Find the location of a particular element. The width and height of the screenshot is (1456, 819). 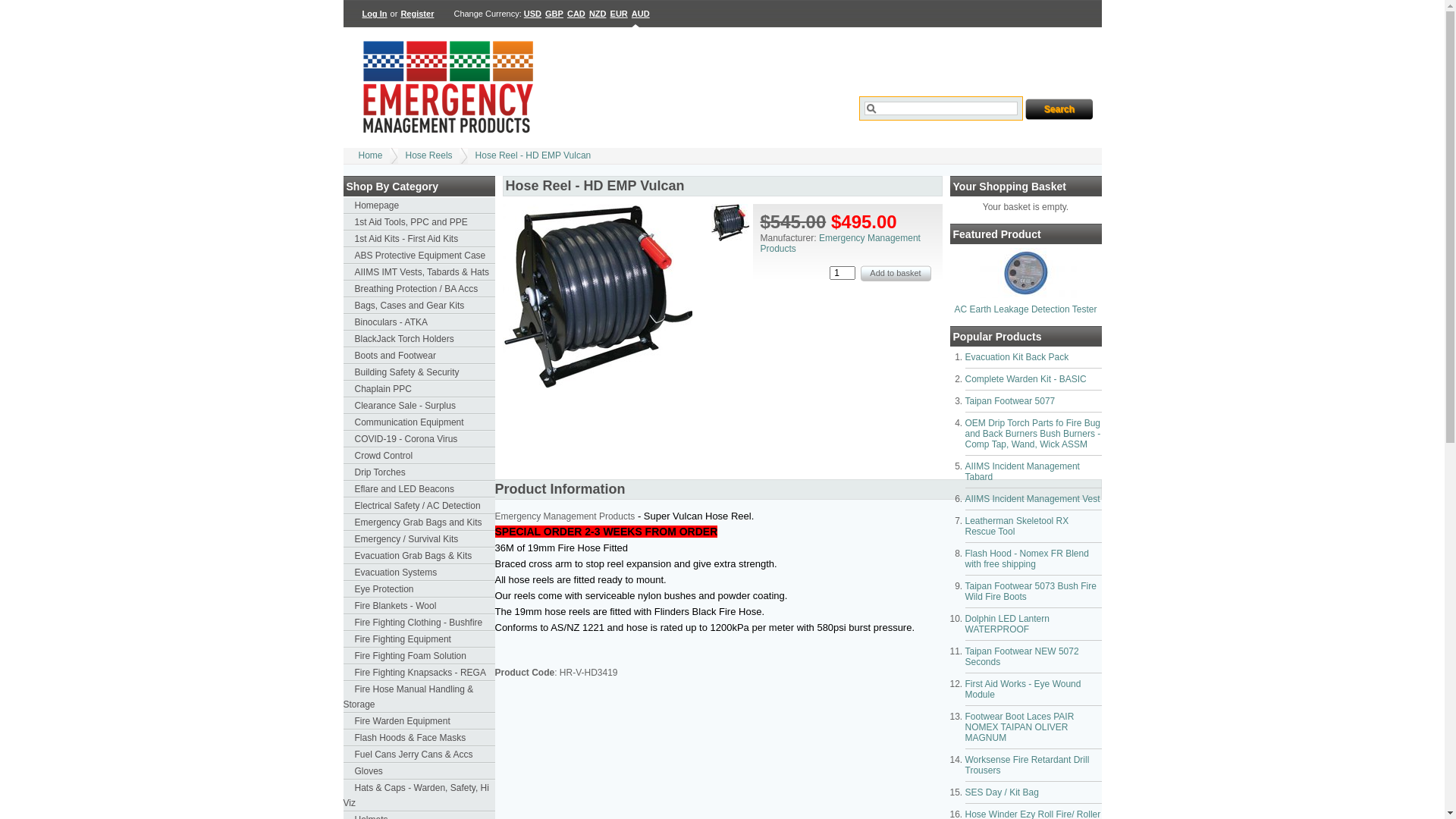

'Communication Equipment' is located at coordinates (419, 422).